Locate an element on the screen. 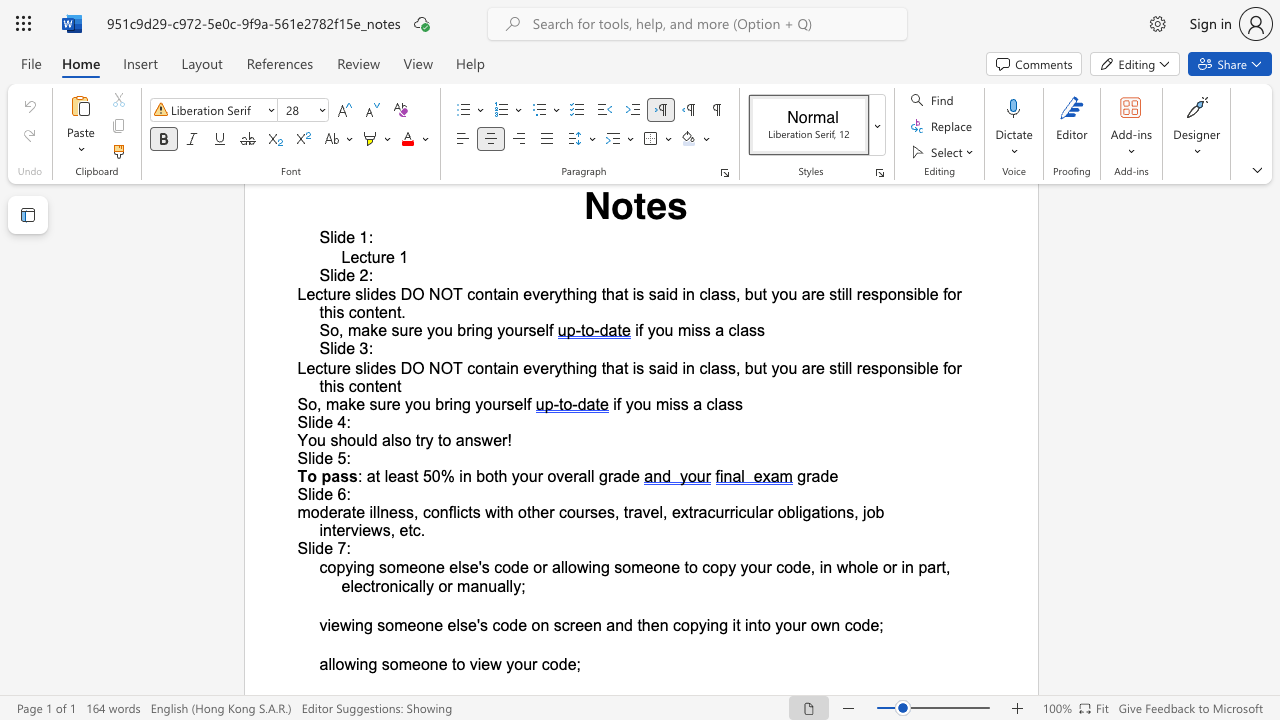 This screenshot has height=720, width=1280. the subset text "iss a cla" within the text "if you miss a class" is located at coordinates (669, 404).